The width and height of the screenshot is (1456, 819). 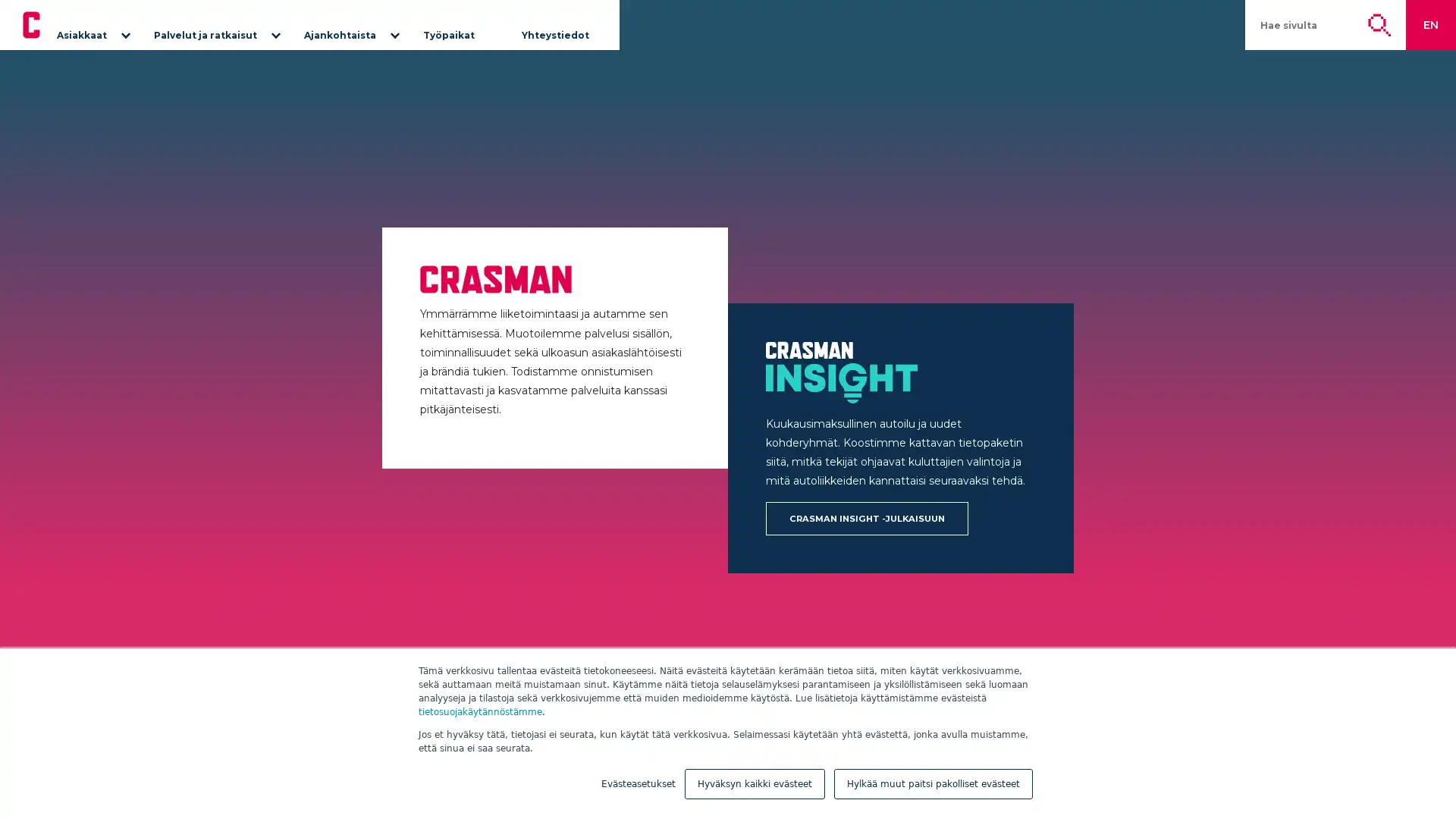 I want to click on Hylkaa muut paitsi pakolliset evasteet, so click(x=932, y=783).